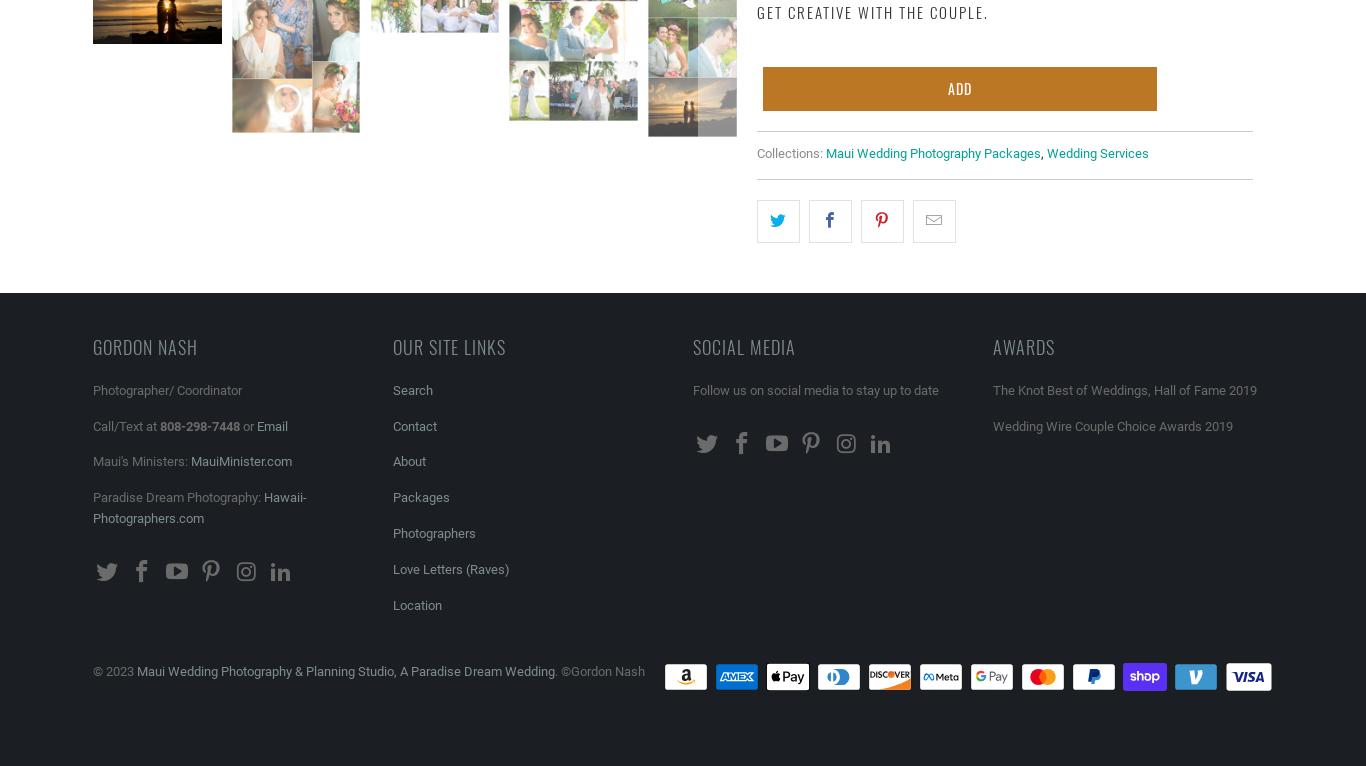 The height and width of the screenshot is (766, 1366). I want to click on '.
          ©Gordon Nash', so click(555, 671).